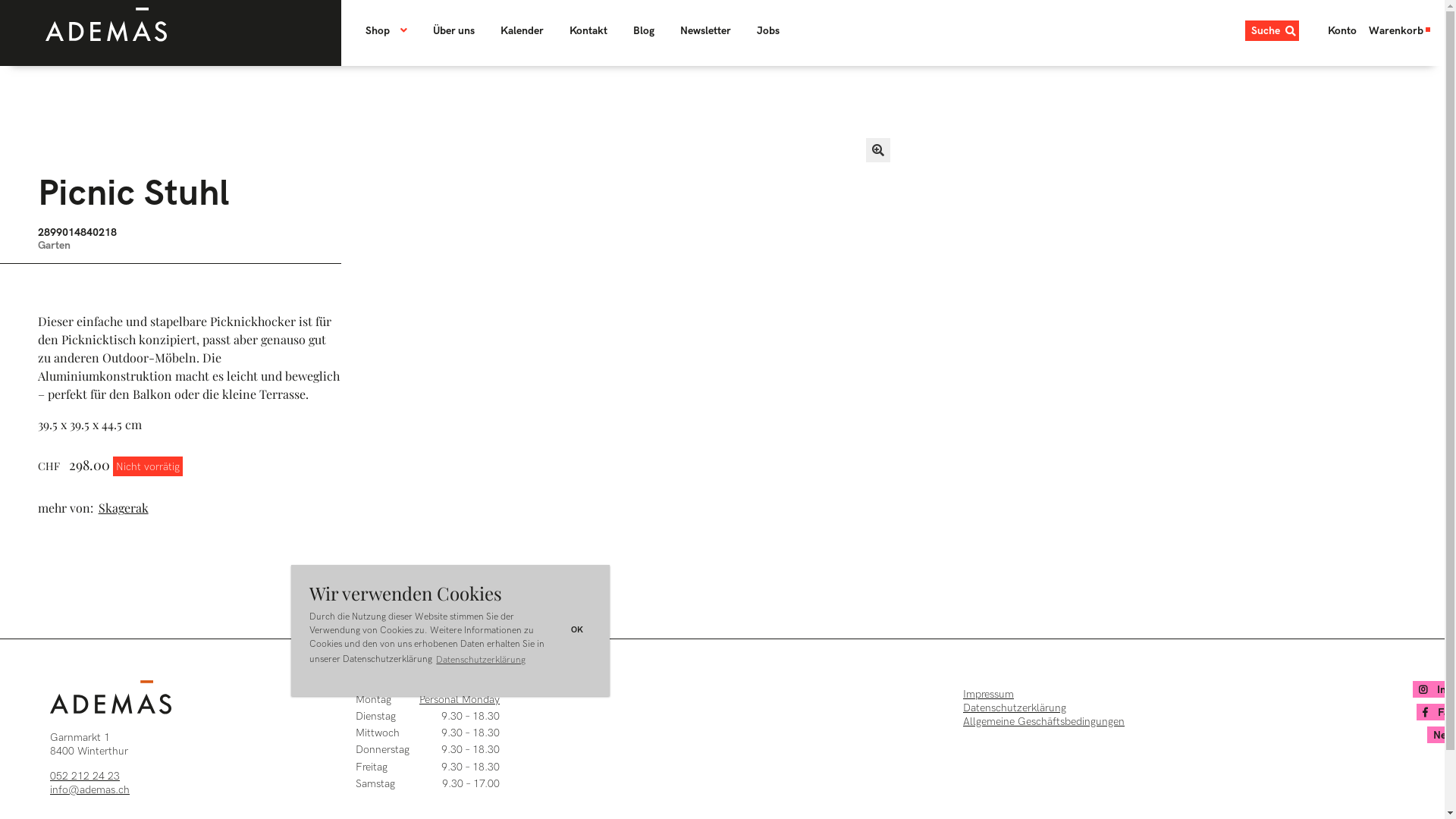 The height and width of the screenshot is (819, 1456). Describe the element at coordinates (644, 30) in the screenshot. I see `'Blog'` at that location.